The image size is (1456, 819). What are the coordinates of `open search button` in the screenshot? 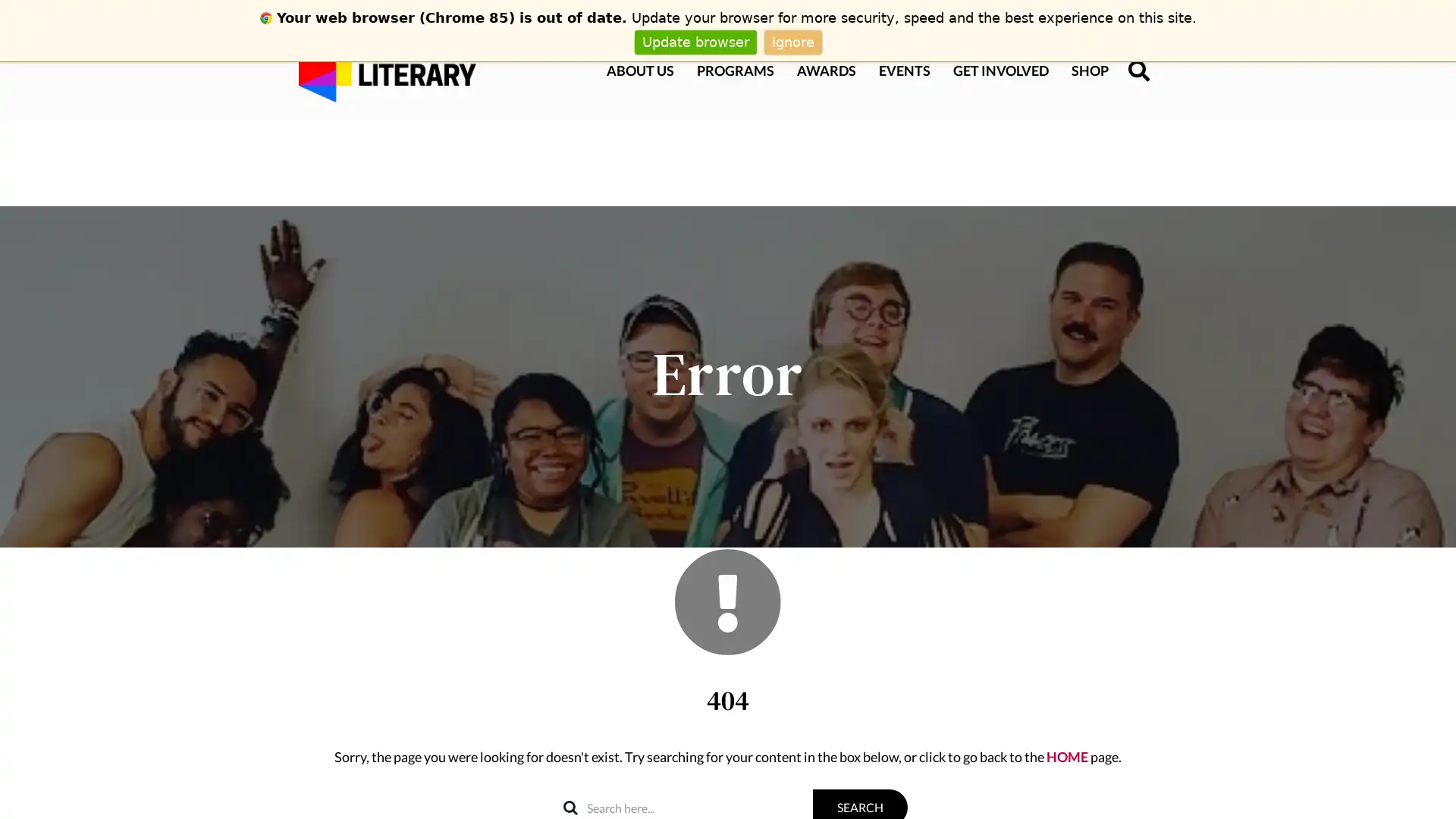 It's located at (1129, 70).